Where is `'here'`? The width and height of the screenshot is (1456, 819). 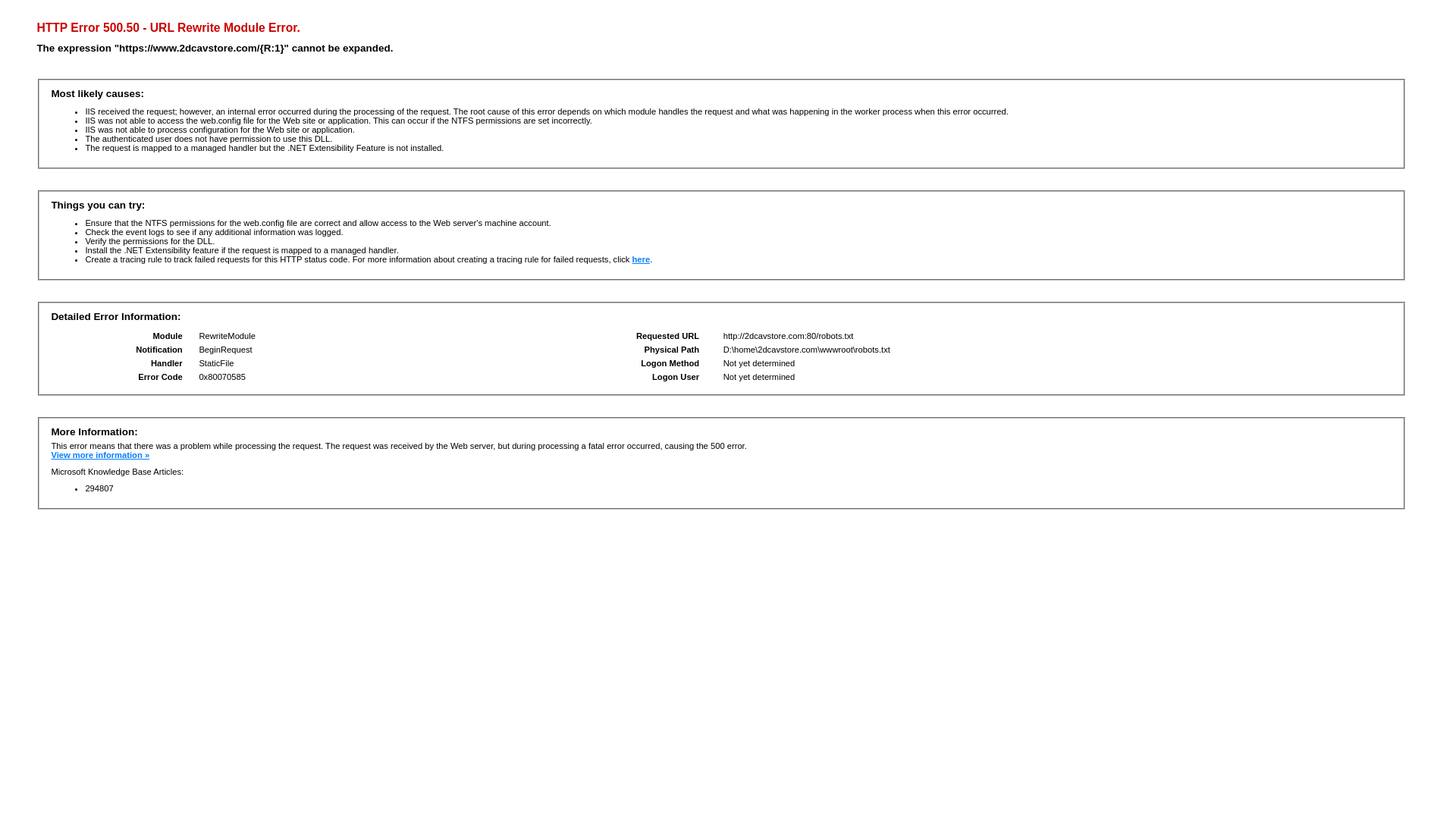 'here' is located at coordinates (640, 259).